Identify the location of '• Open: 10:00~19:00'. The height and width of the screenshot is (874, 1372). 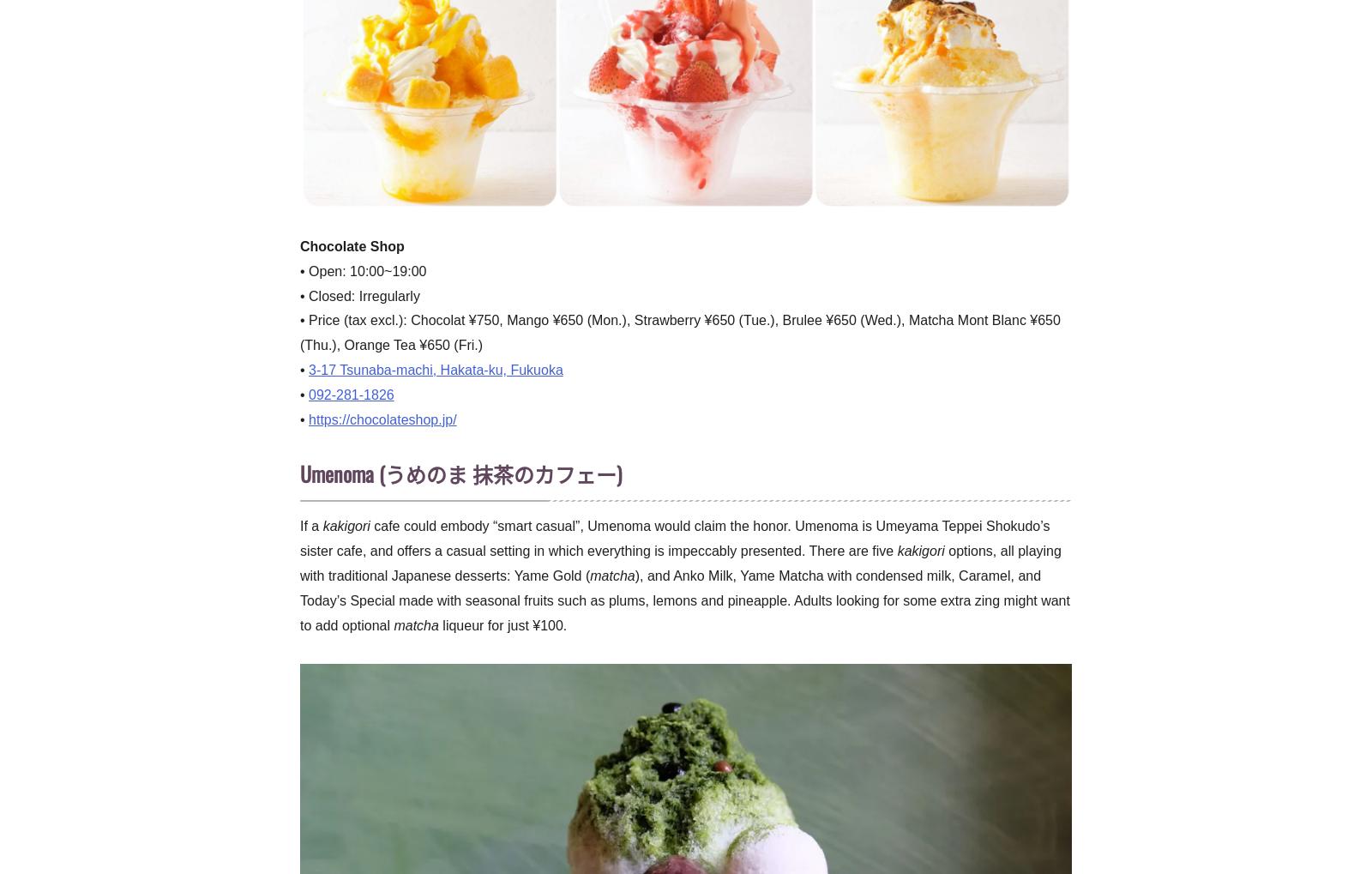
(362, 269).